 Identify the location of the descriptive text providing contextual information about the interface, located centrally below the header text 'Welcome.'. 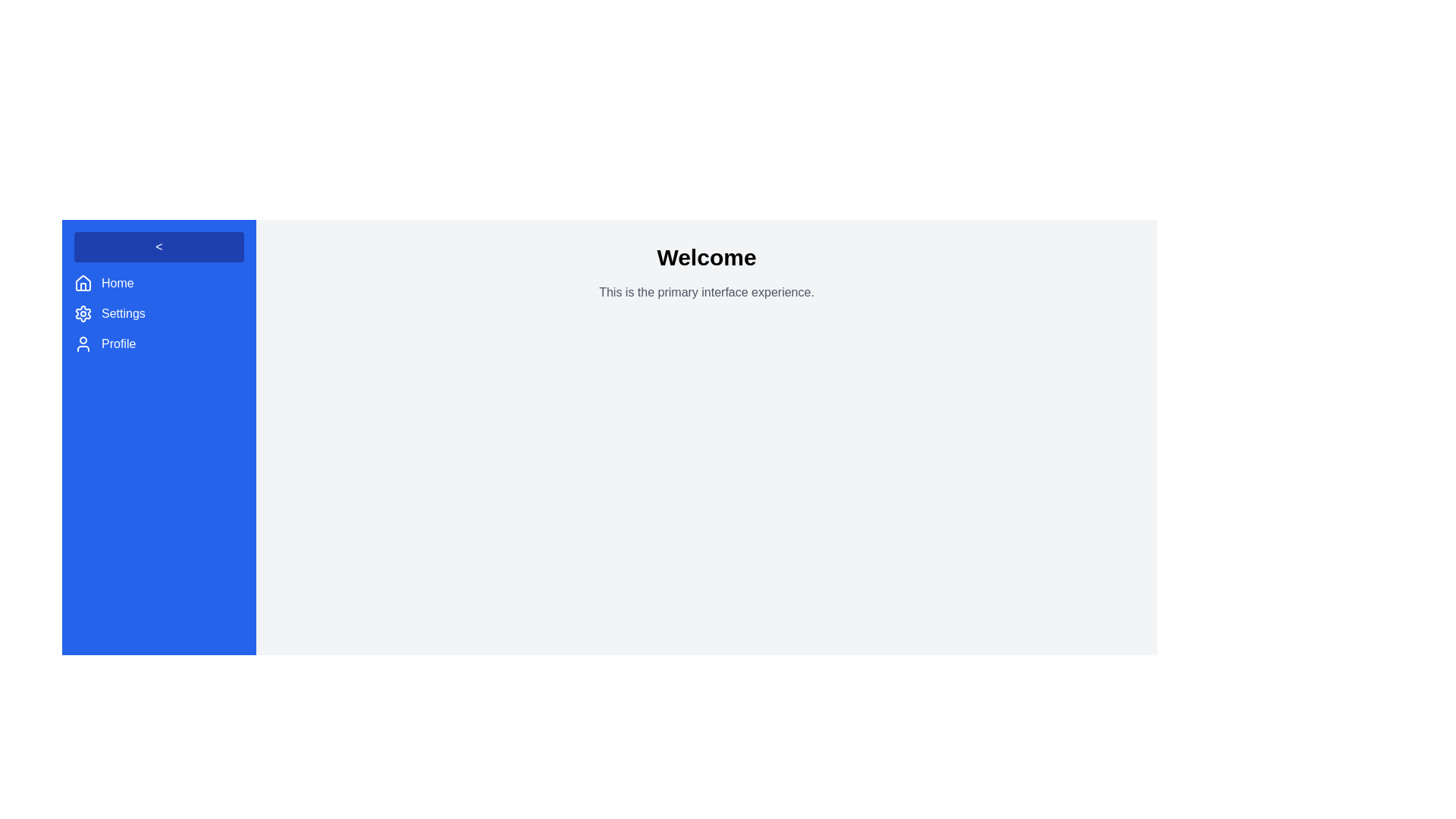
(705, 292).